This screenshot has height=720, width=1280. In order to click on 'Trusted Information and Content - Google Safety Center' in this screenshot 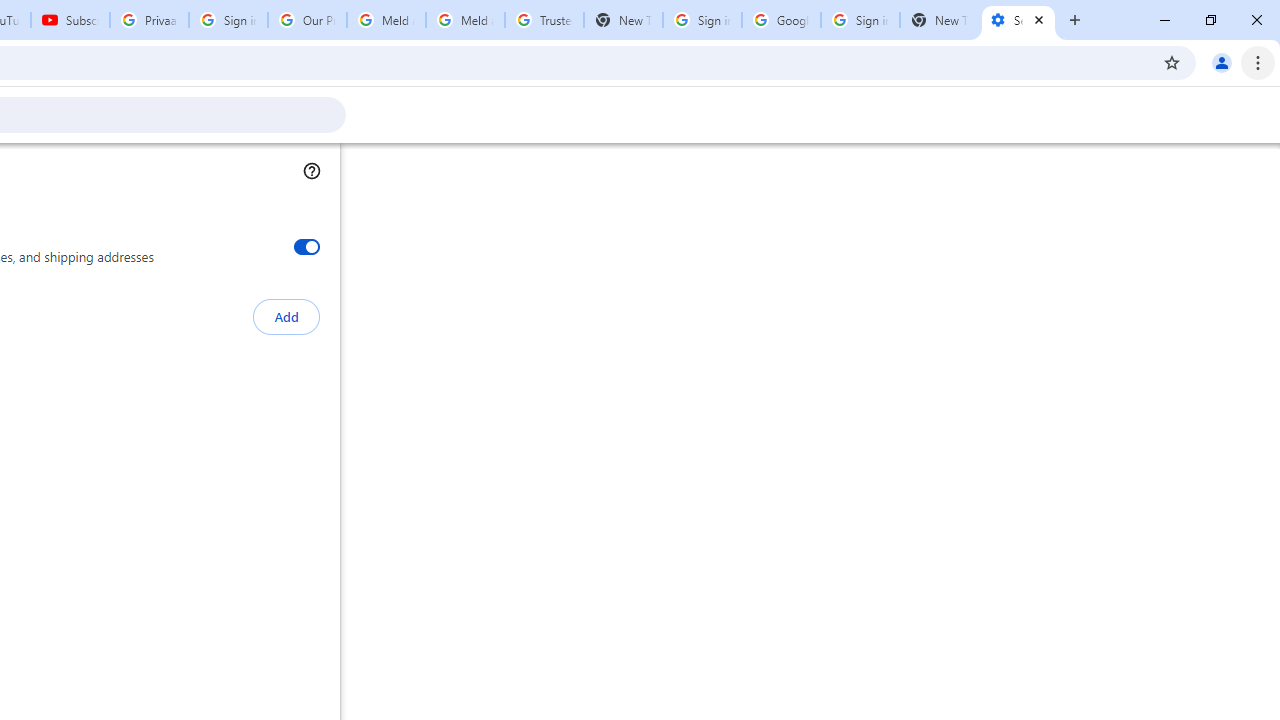, I will do `click(544, 20)`.